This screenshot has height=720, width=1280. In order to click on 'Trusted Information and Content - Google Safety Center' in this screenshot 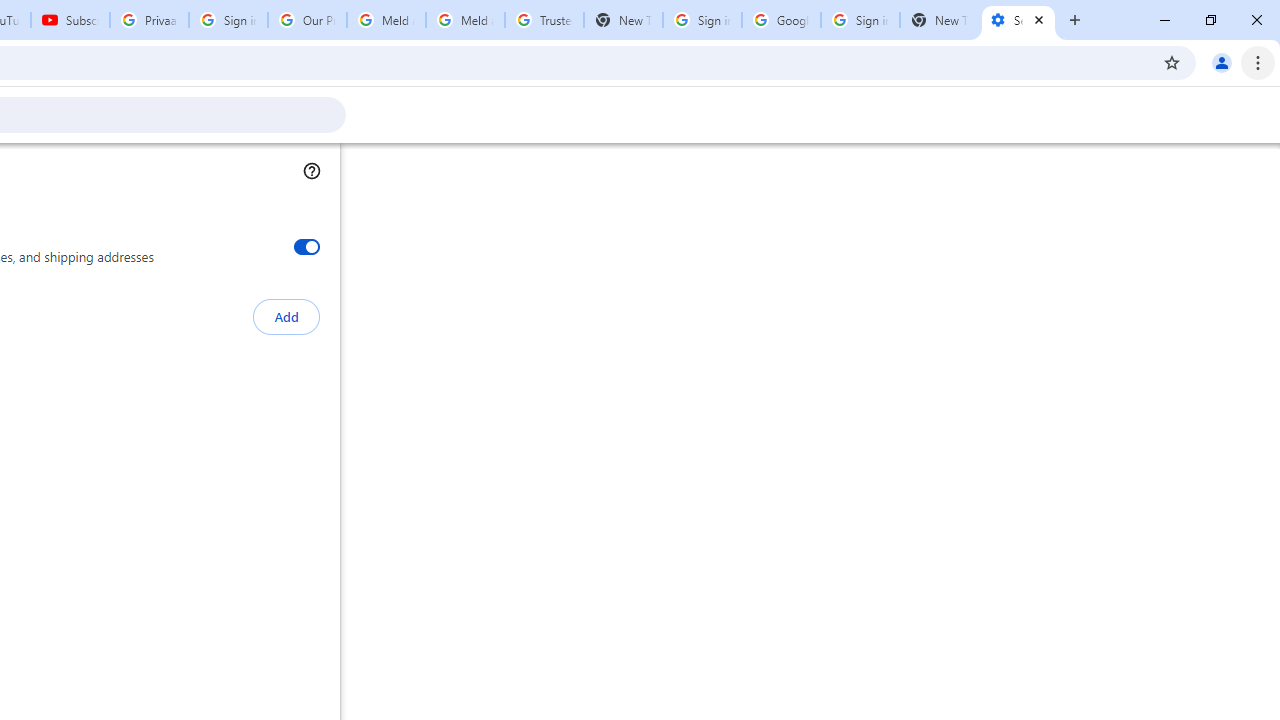, I will do `click(544, 20)`.